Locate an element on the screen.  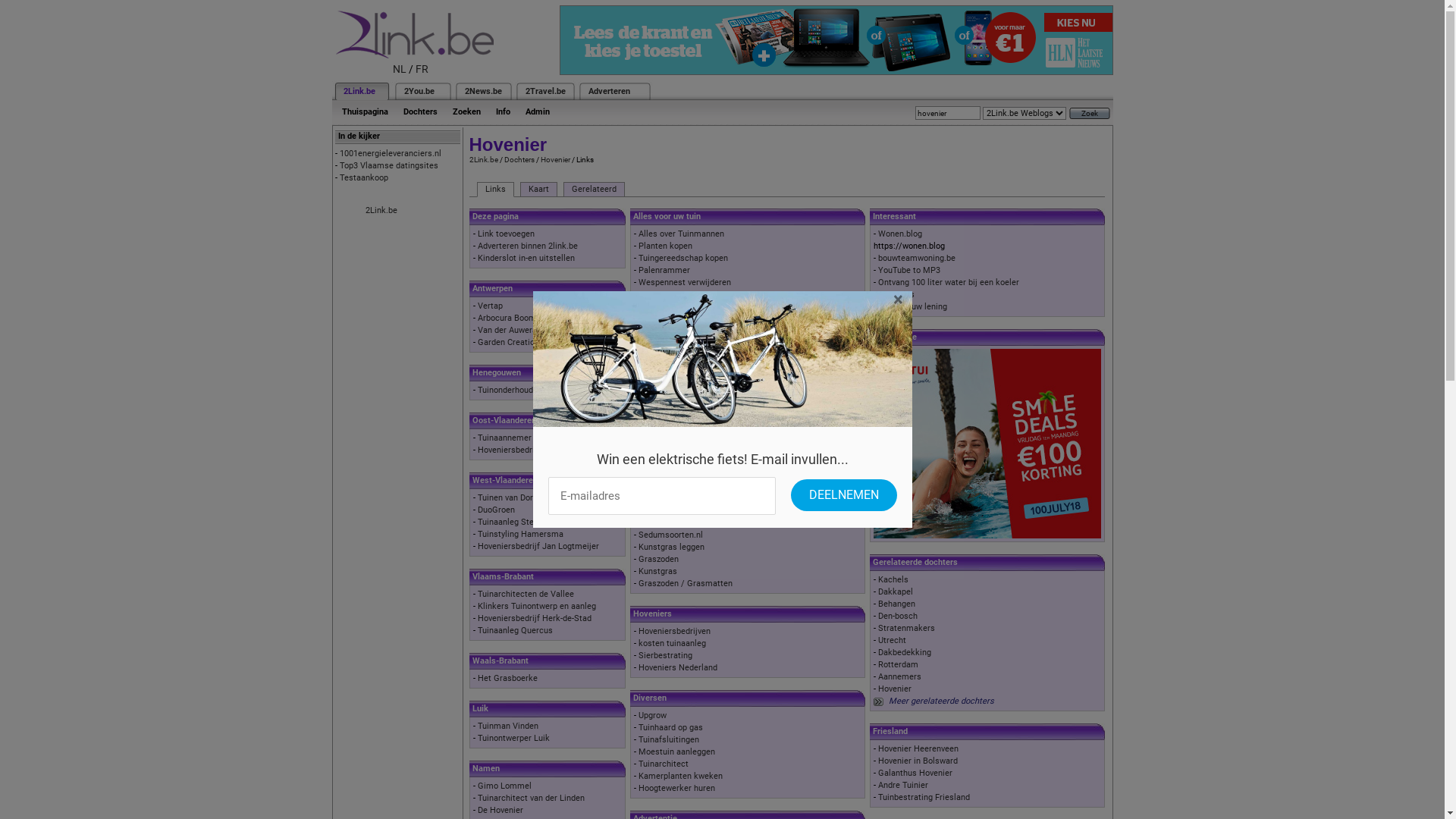
'Hoveniersbedrijven' is located at coordinates (673, 631).